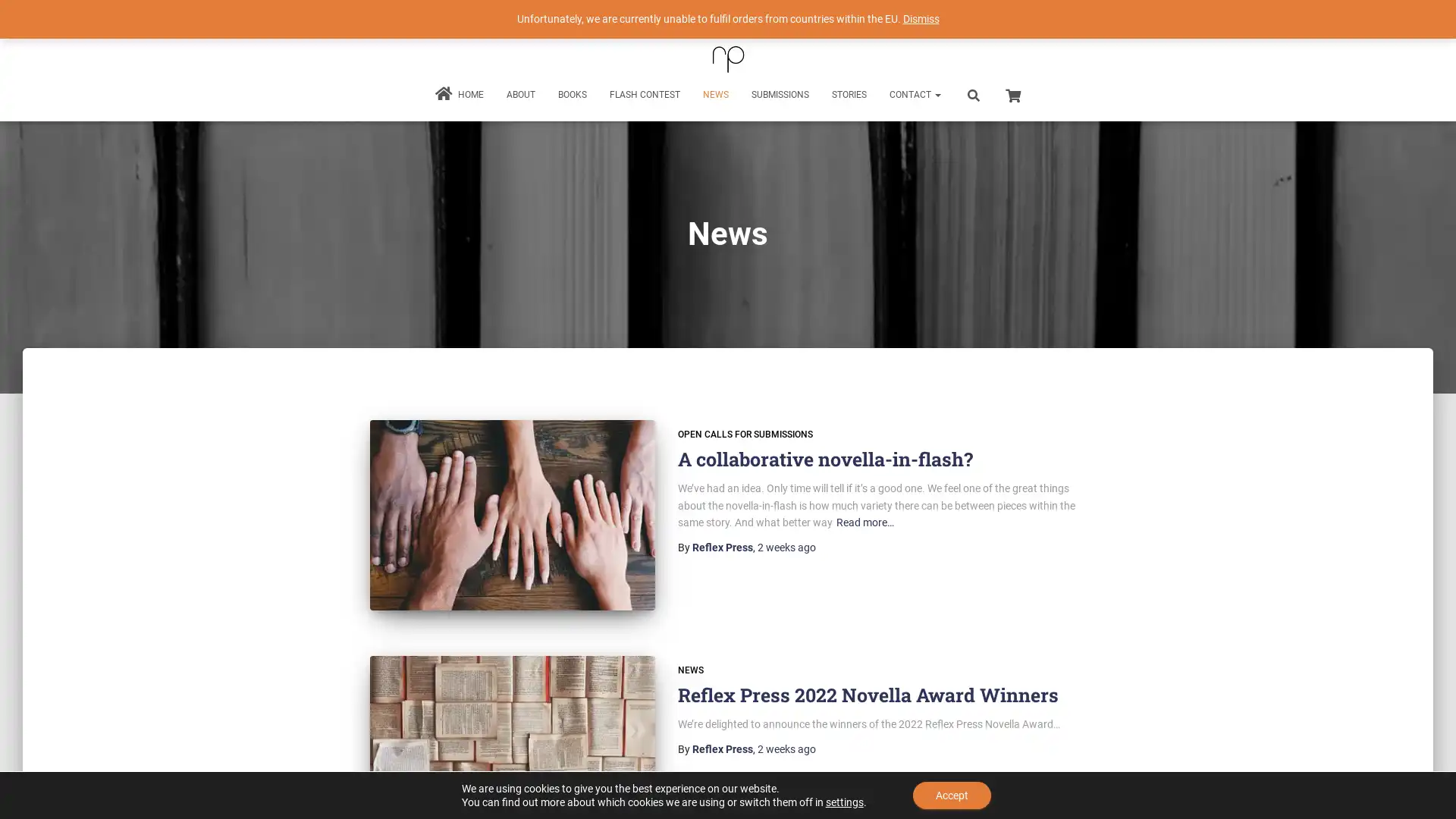 This screenshot has height=819, width=1456. I want to click on Accept, so click(951, 795).